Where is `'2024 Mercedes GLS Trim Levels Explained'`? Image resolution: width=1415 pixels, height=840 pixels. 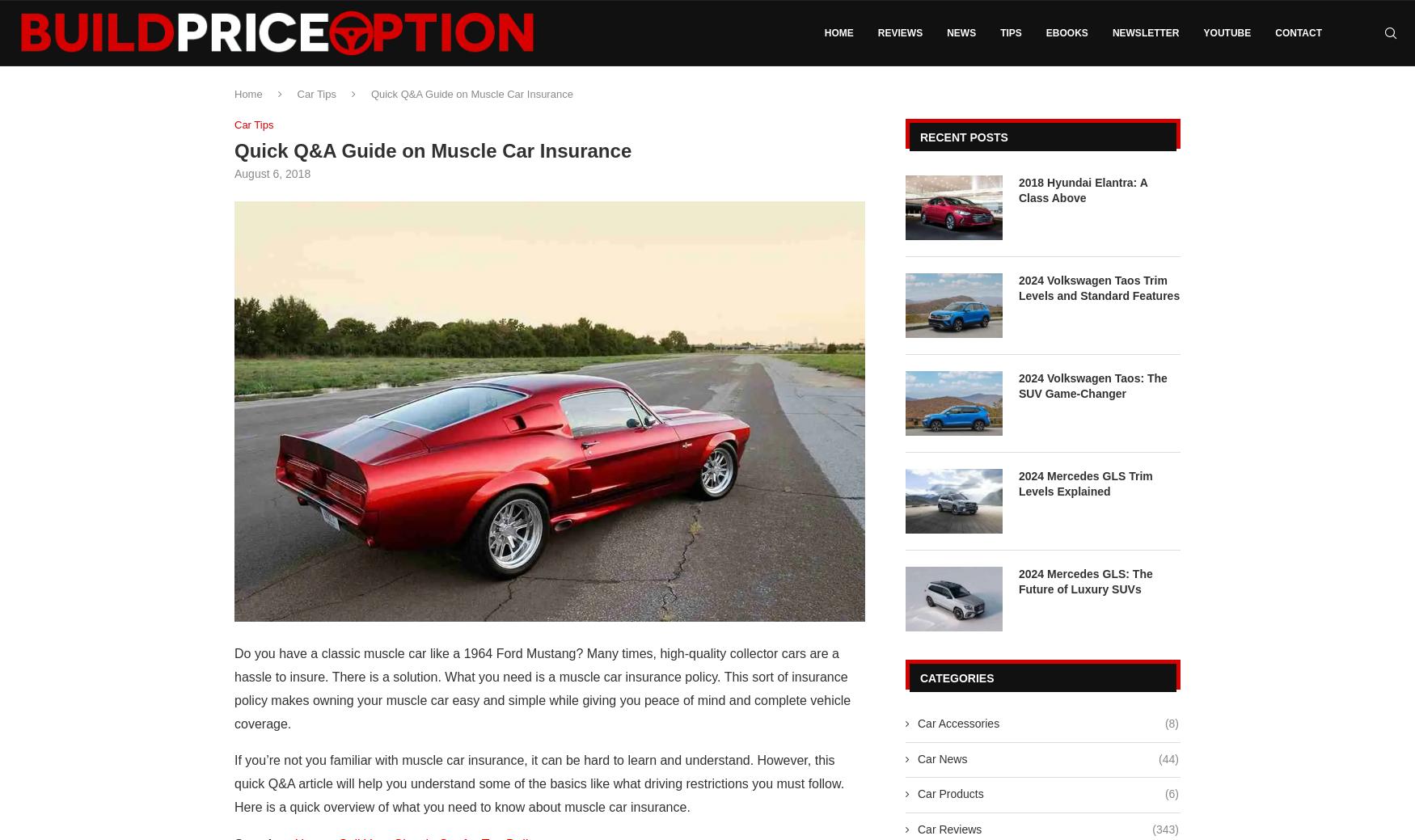 '2024 Mercedes GLS Trim Levels Explained' is located at coordinates (1085, 483).